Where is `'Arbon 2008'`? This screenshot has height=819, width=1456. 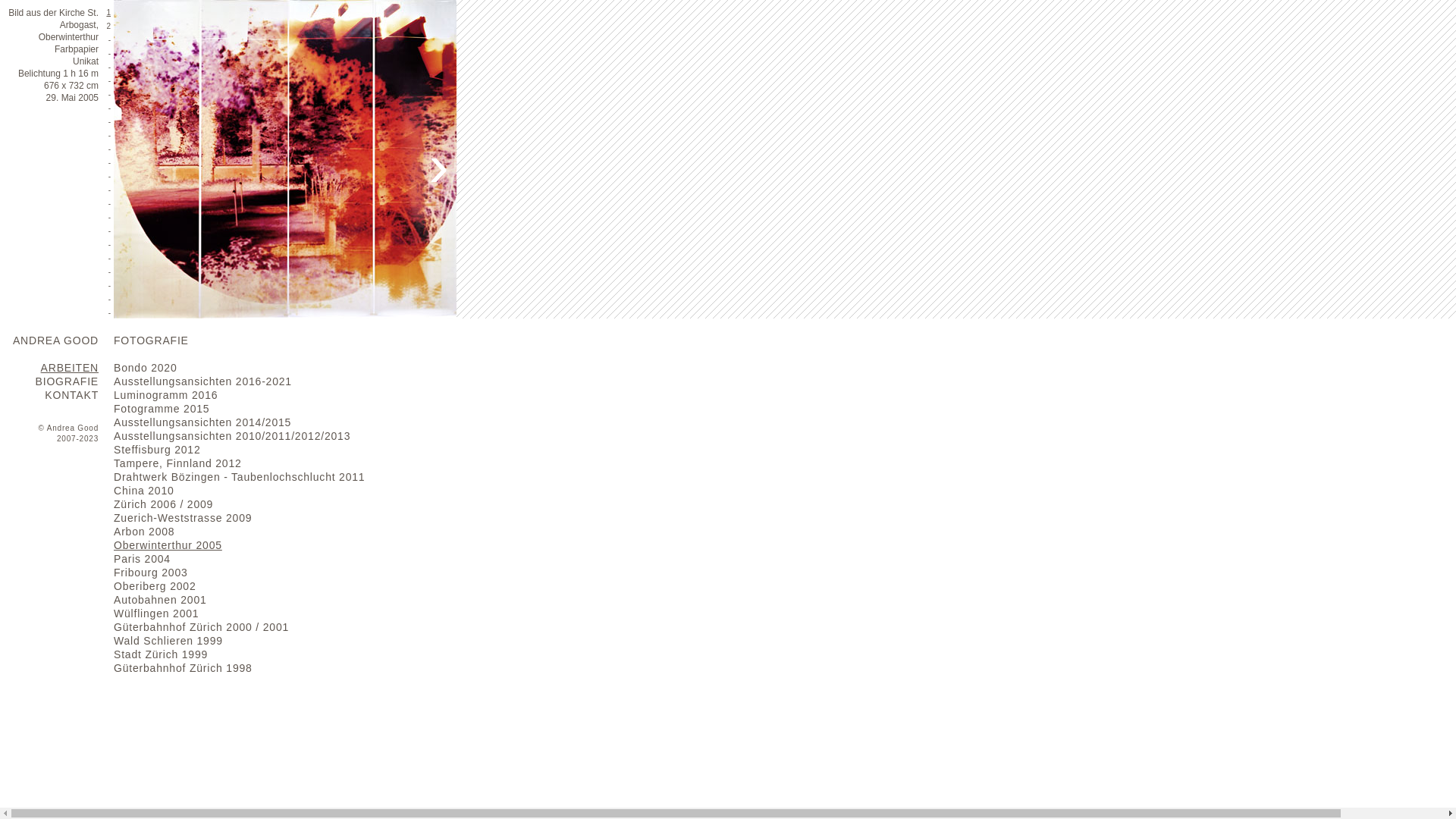
'Arbon 2008' is located at coordinates (144, 531).